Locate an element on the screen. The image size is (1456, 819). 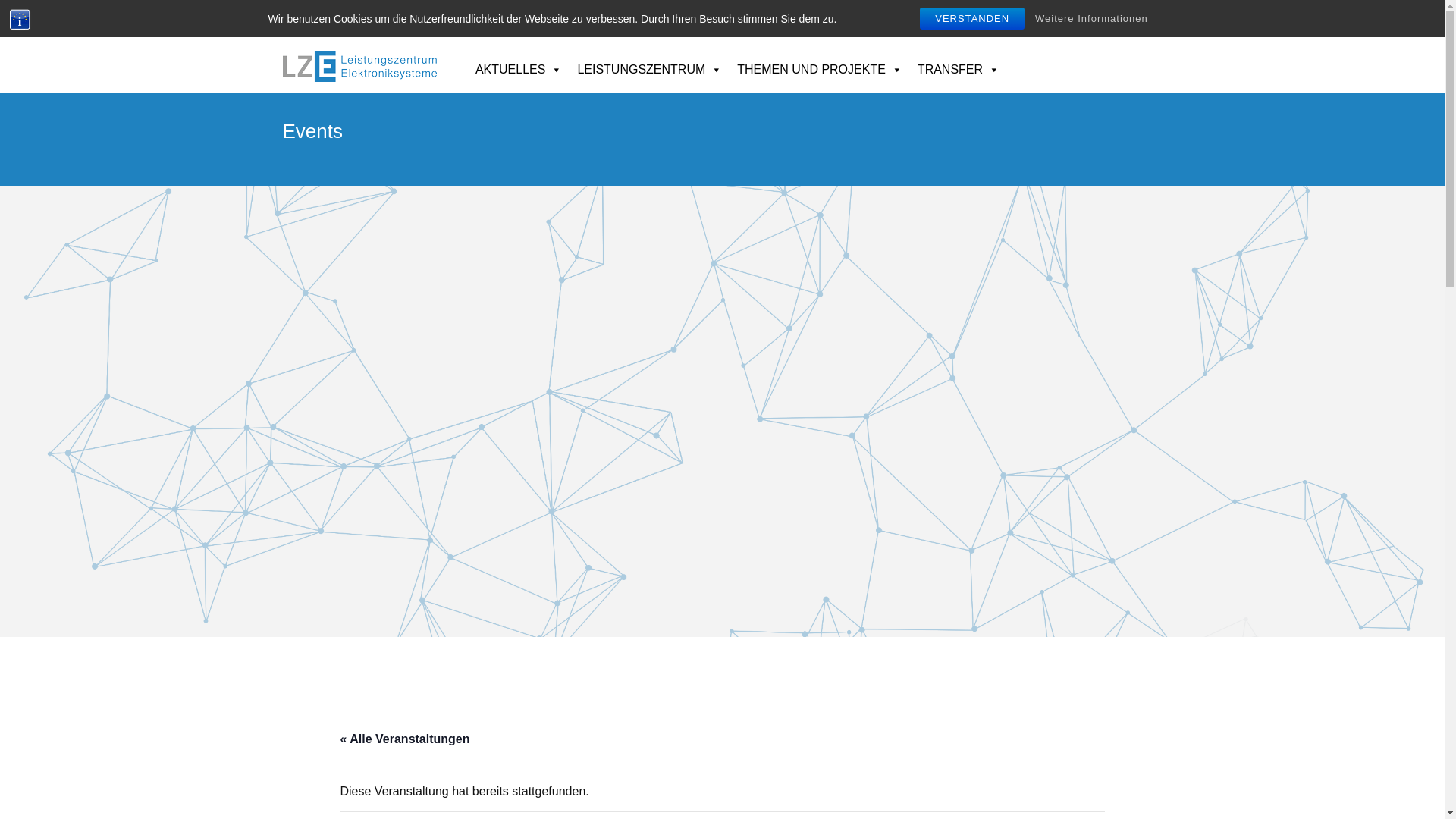
'Kontakt' is located at coordinates (1063, 17).